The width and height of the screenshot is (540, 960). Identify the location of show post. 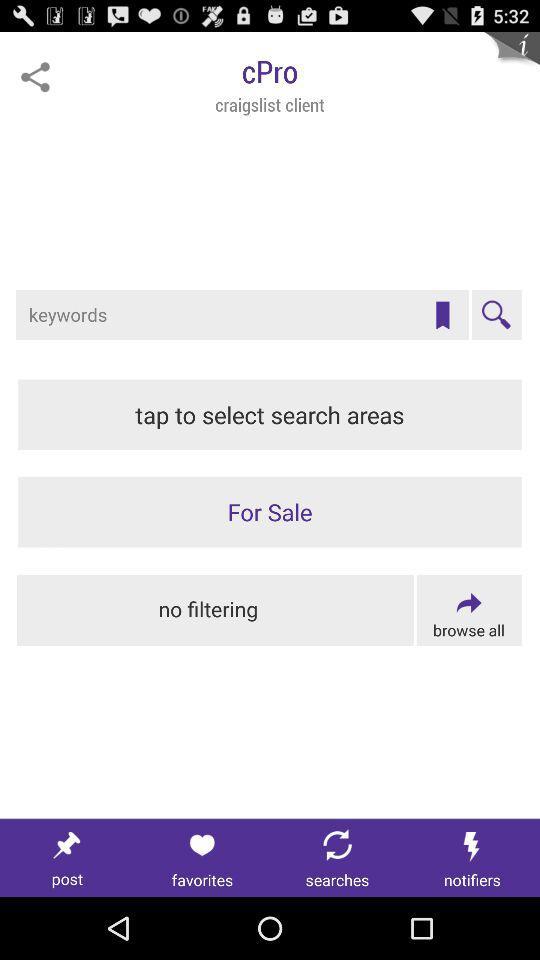
(67, 857).